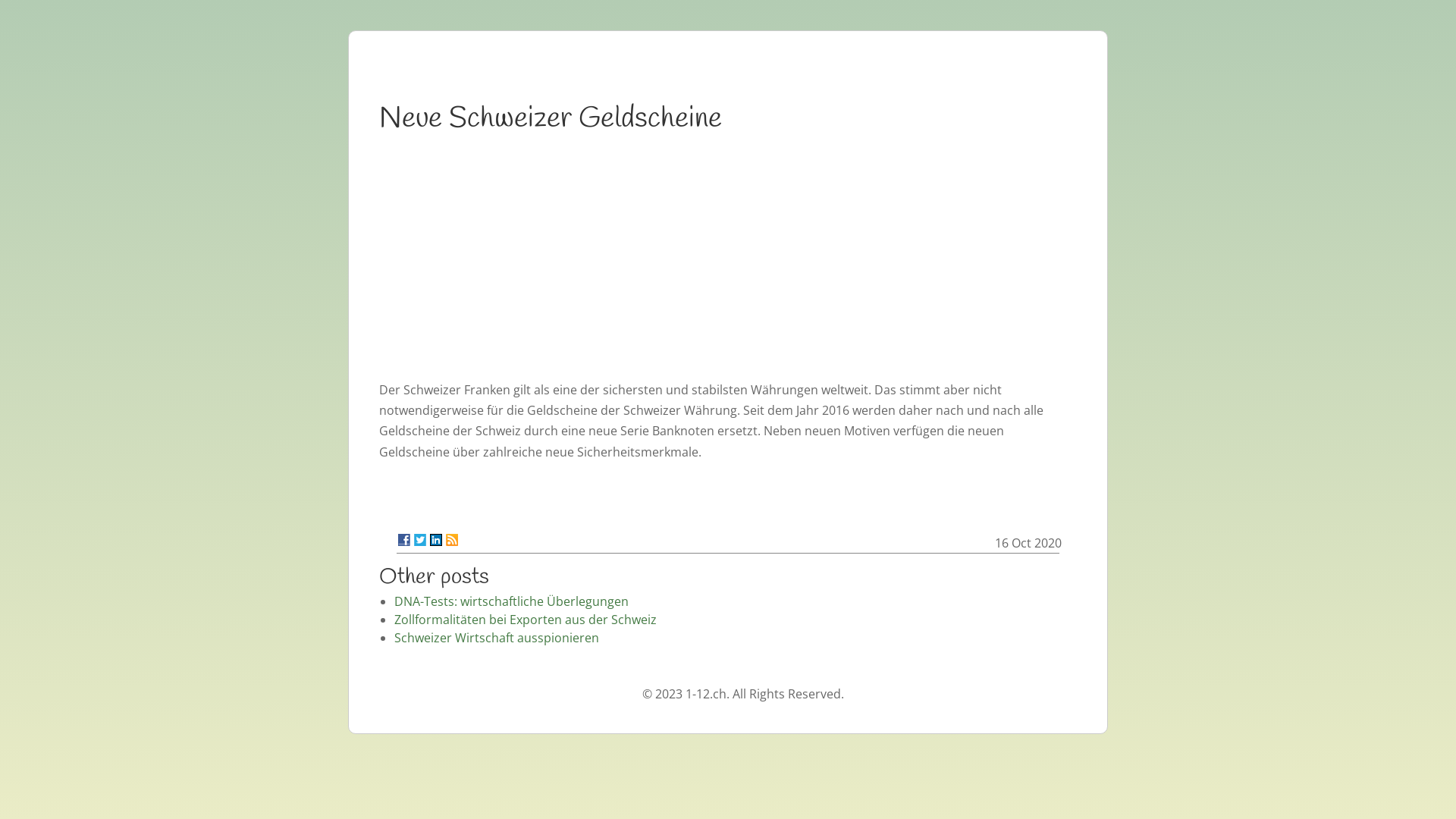  I want to click on 'Schweizer Wirtschaft ausspionieren', so click(496, 637).